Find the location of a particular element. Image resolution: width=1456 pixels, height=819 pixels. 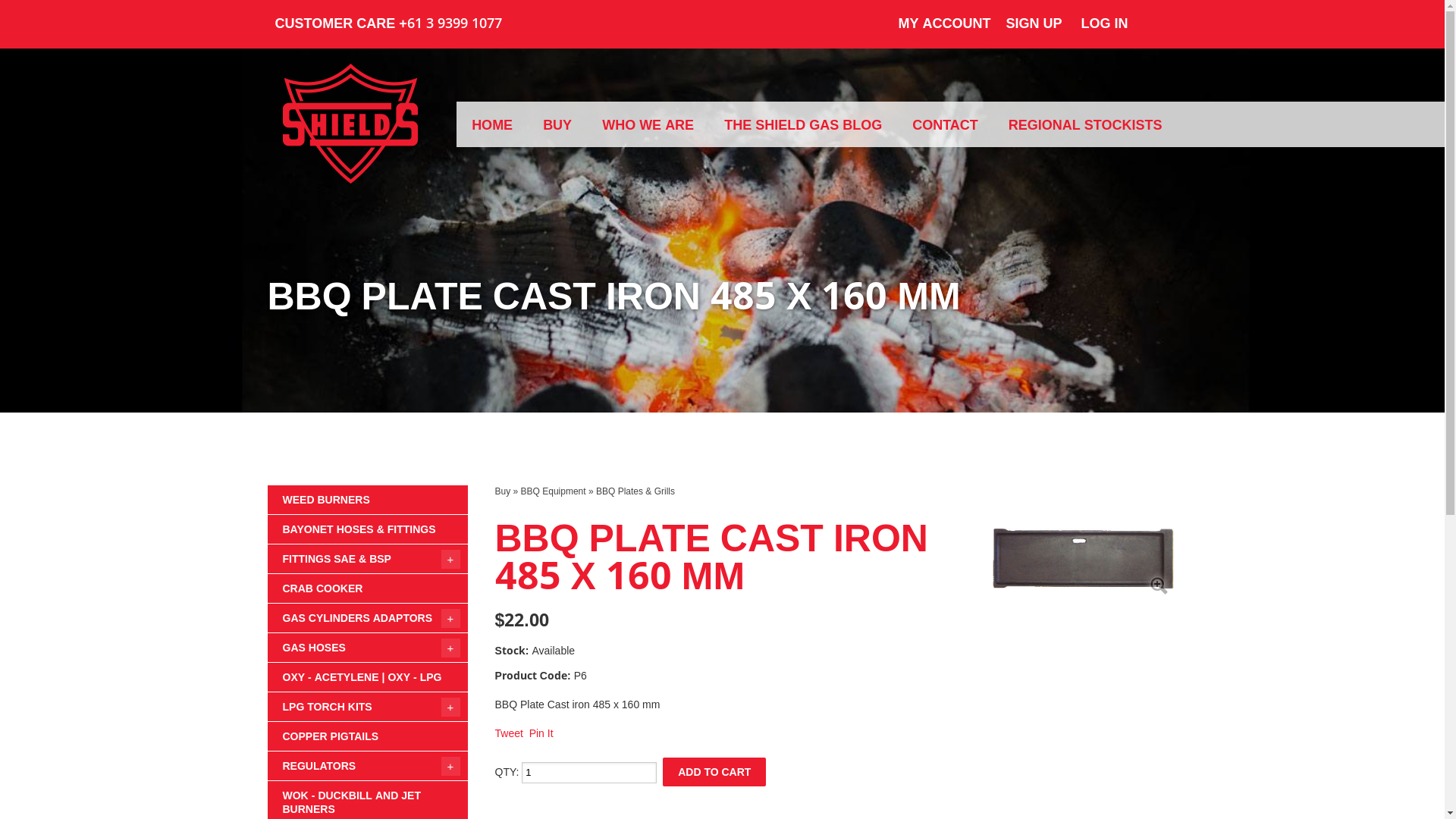

'BBQ Equipment' is located at coordinates (520, 491).